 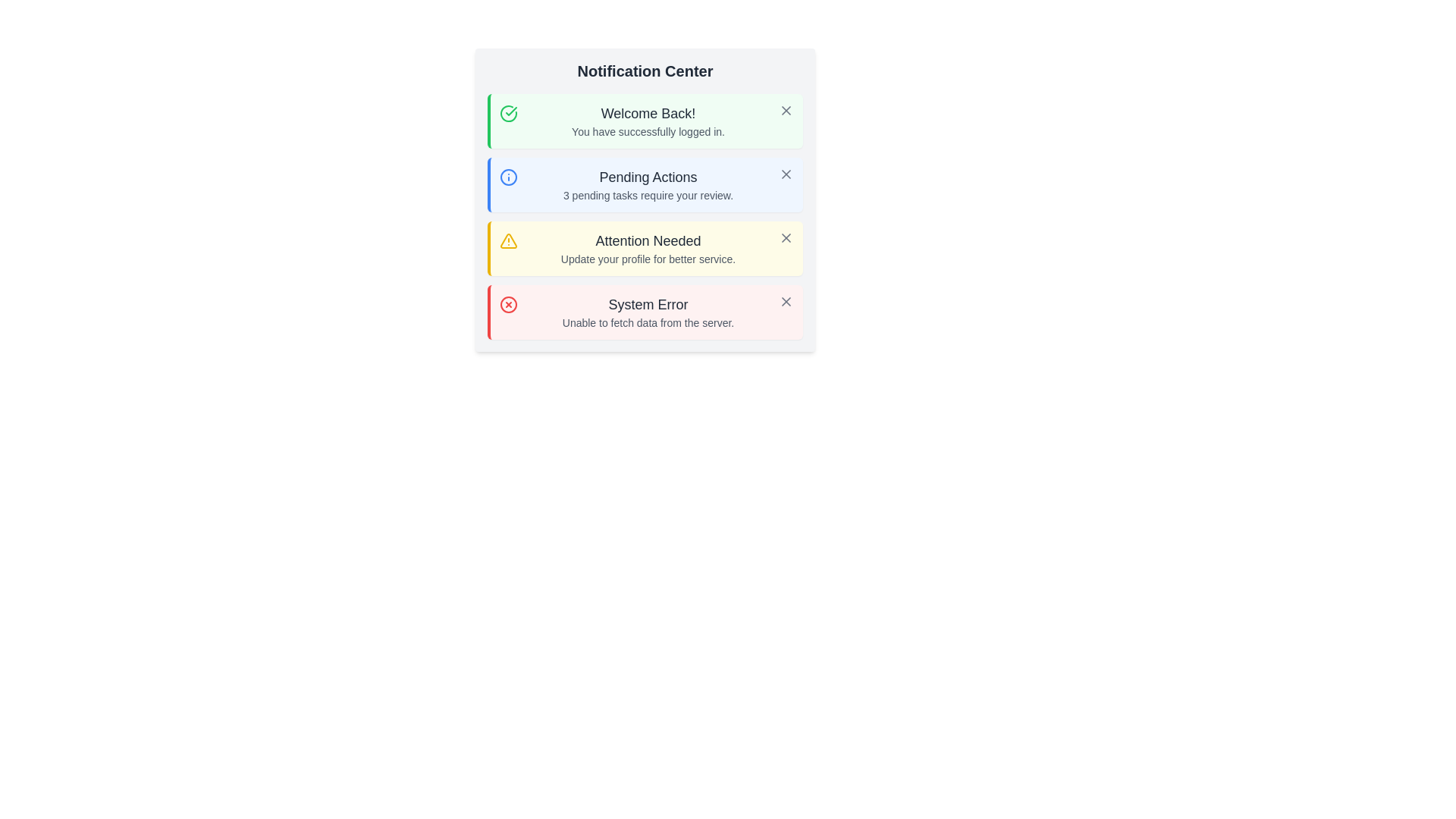 What do you see at coordinates (509, 240) in the screenshot?
I see `the yellow warning icon shaped as a triangle with a white exclamation mark inside, located to the left of the text 'Attention Needed' in the notification list` at bounding box center [509, 240].